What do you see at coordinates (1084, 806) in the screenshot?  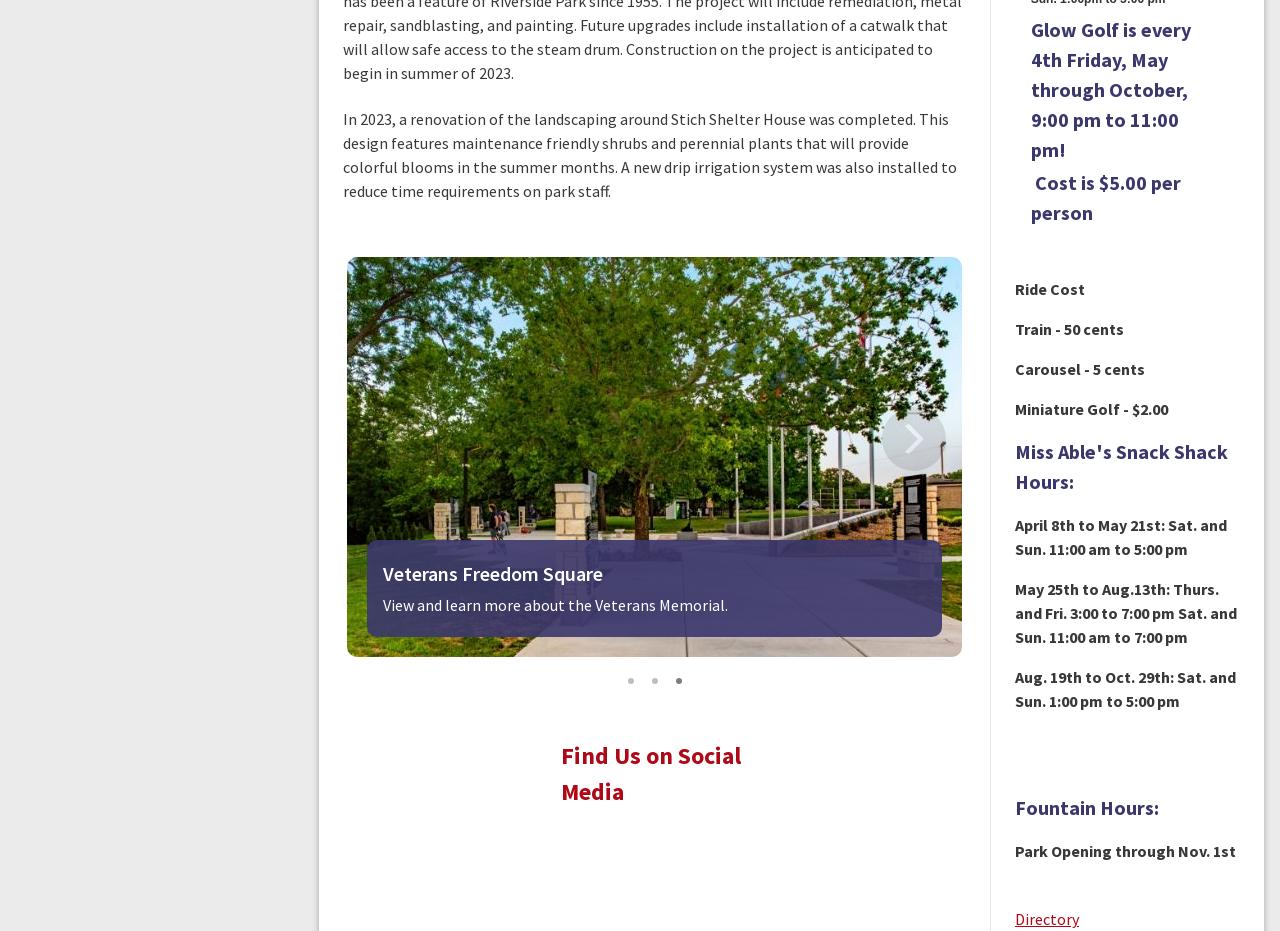 I see `'Fountain Hours:'` at bounding box center [1084, 806].